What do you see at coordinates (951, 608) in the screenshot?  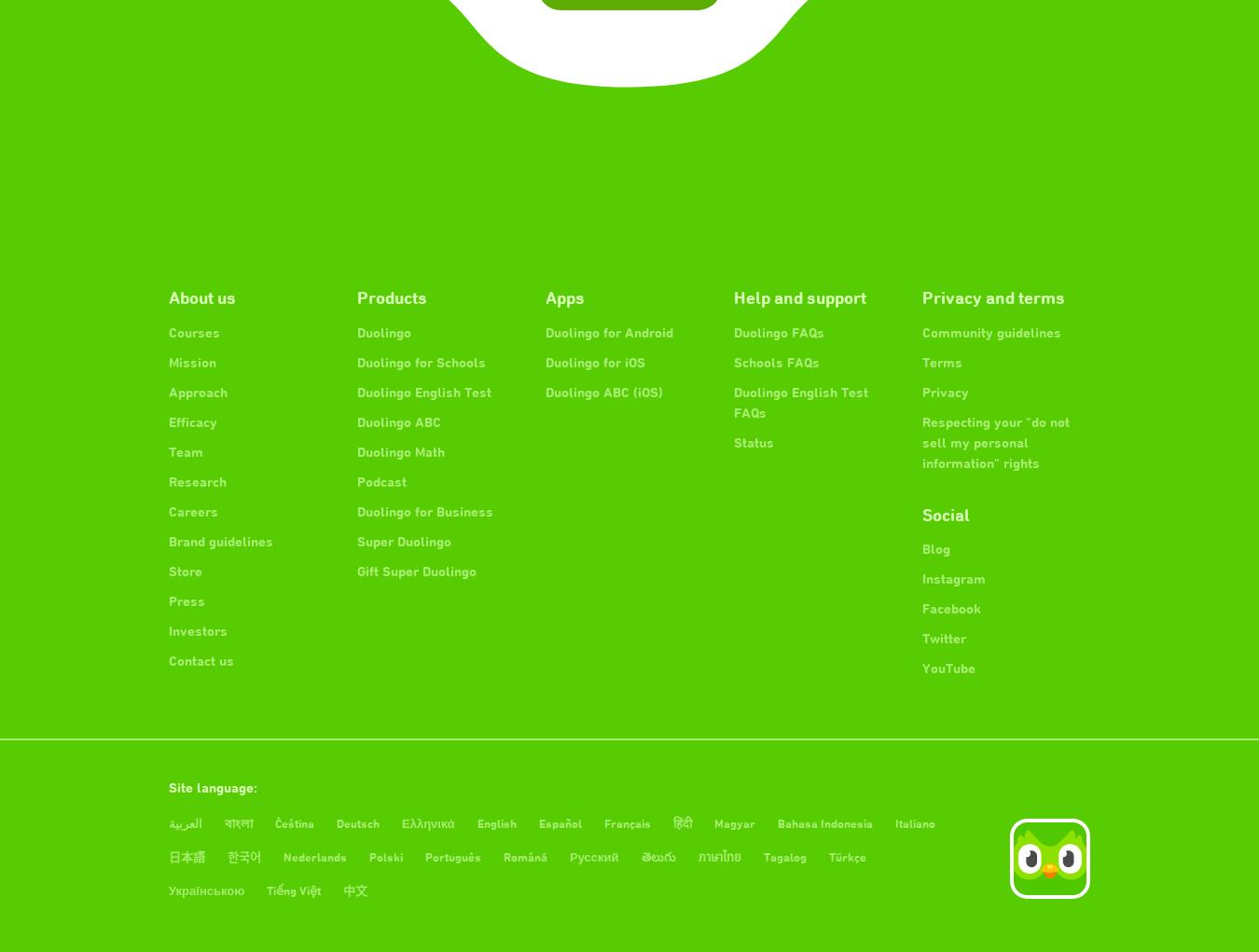 I see `'Facebook'` at bounding box center [951, 608].